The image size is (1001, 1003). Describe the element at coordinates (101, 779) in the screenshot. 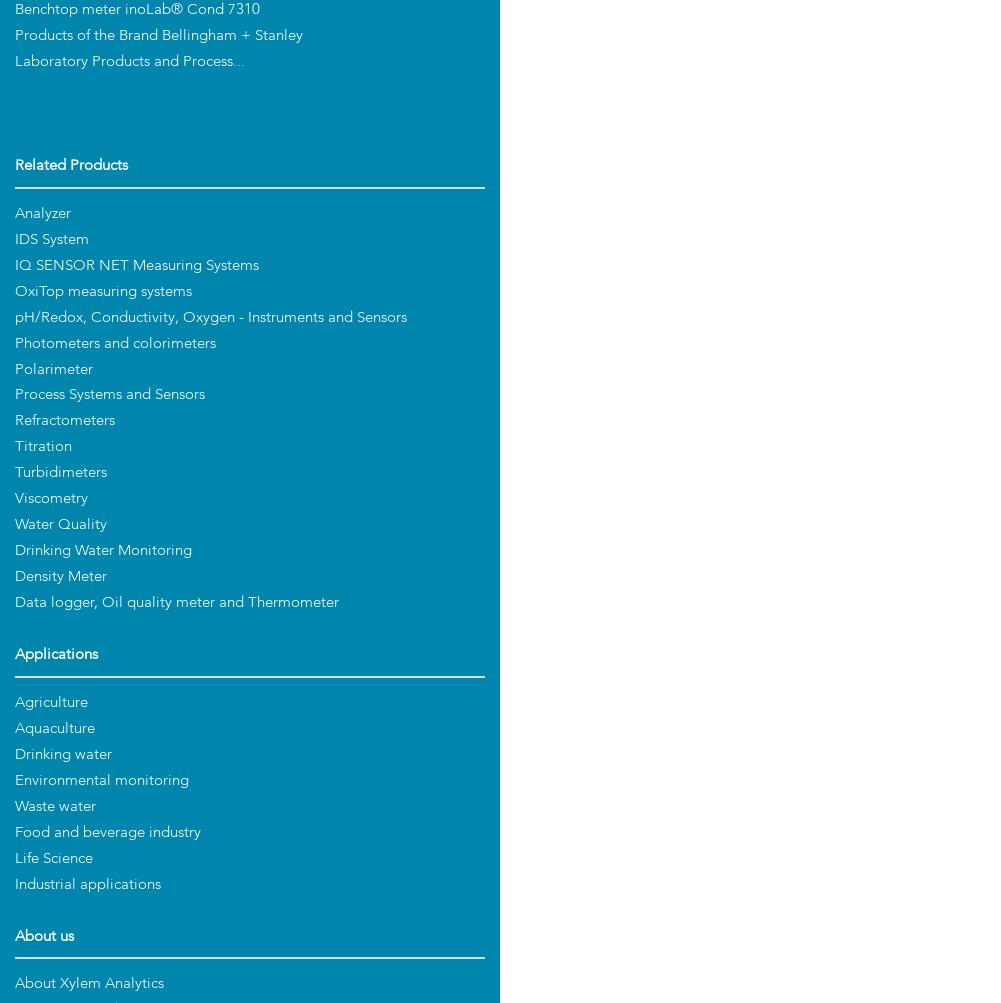

I see `'Environmental monitoring'` at that location.